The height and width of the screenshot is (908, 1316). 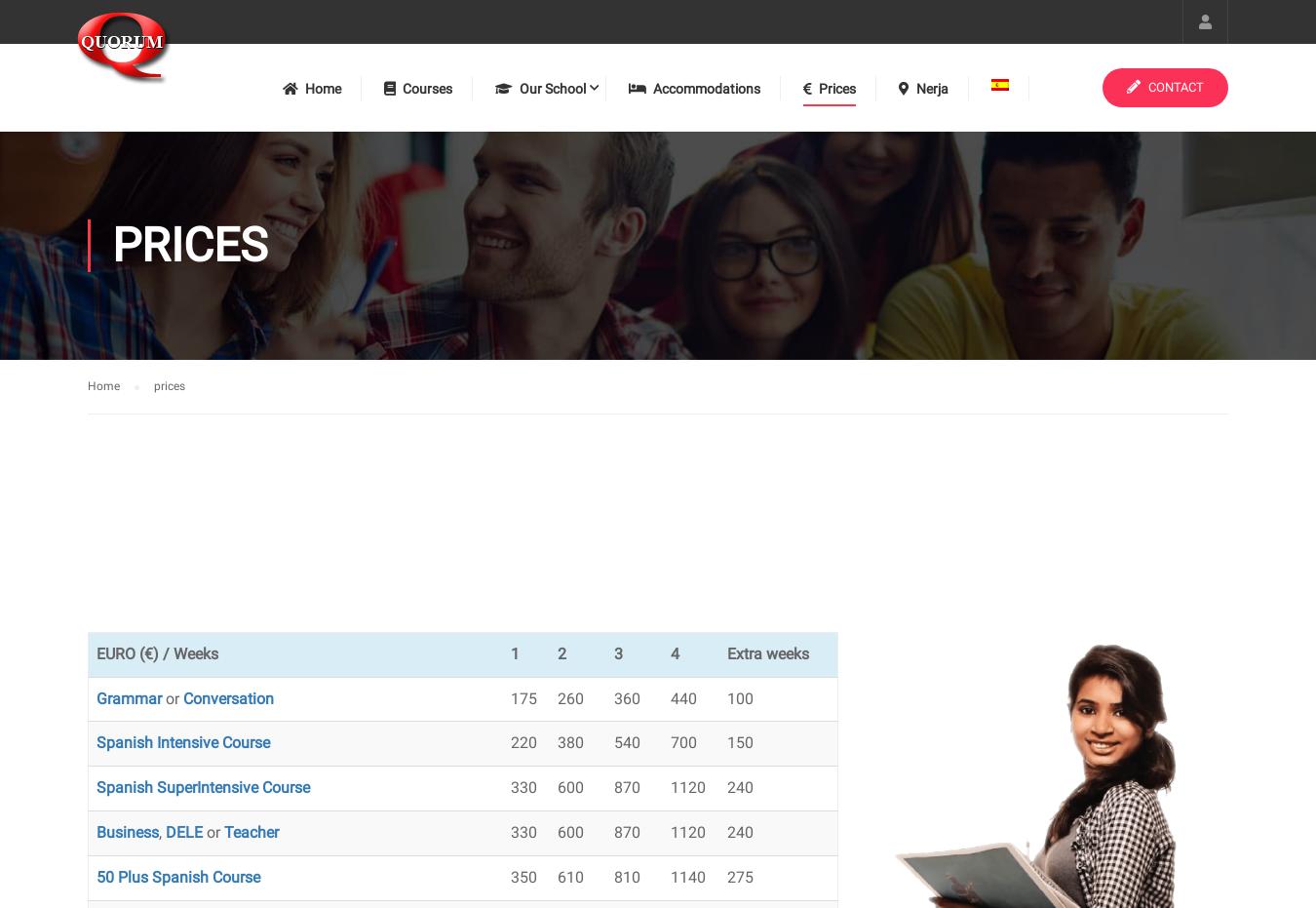 What do you see at coordinates (738, 696) in the screenshot?
I see `'100'` at bounding box center [738, 696].